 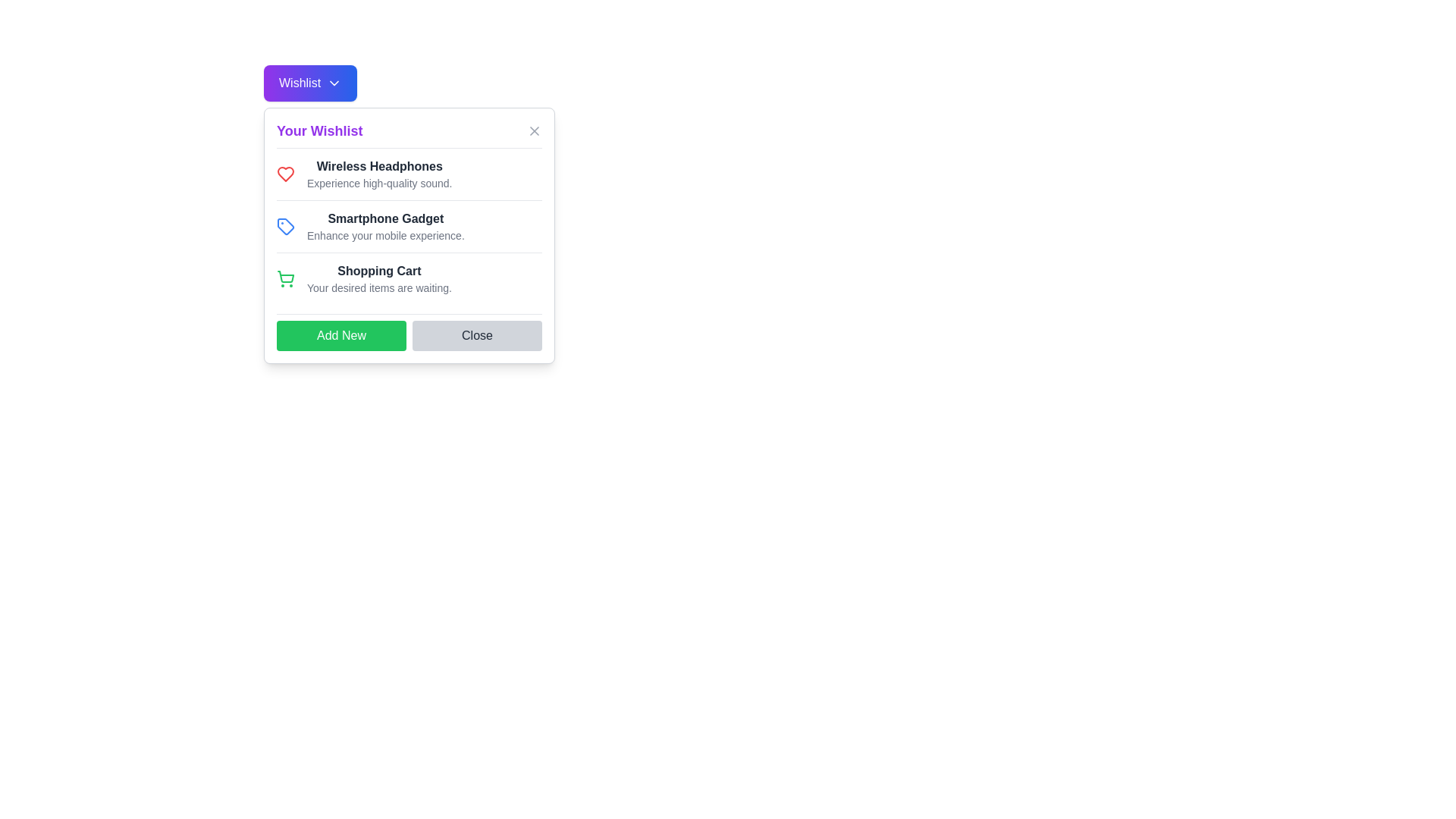 What do you see at coordinates (409, 174) in the screenshot?
I see `the first list item in the 'Your Wishlist' dialog, which features the title 'Wireless Headphones' in bold and a red heart icon to the left` at bounding box center [409, 174].